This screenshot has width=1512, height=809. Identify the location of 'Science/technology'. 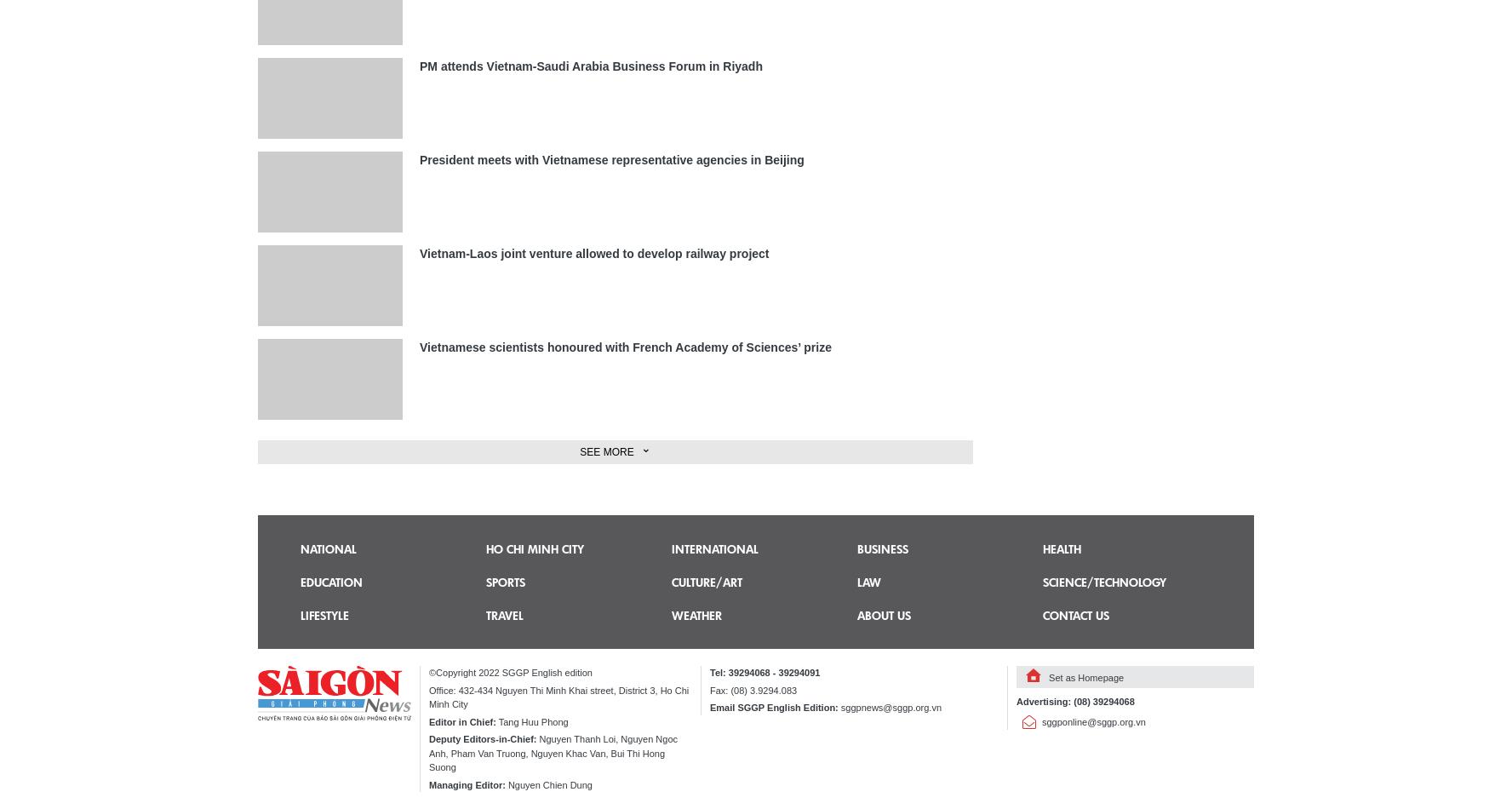
(1104, 582).